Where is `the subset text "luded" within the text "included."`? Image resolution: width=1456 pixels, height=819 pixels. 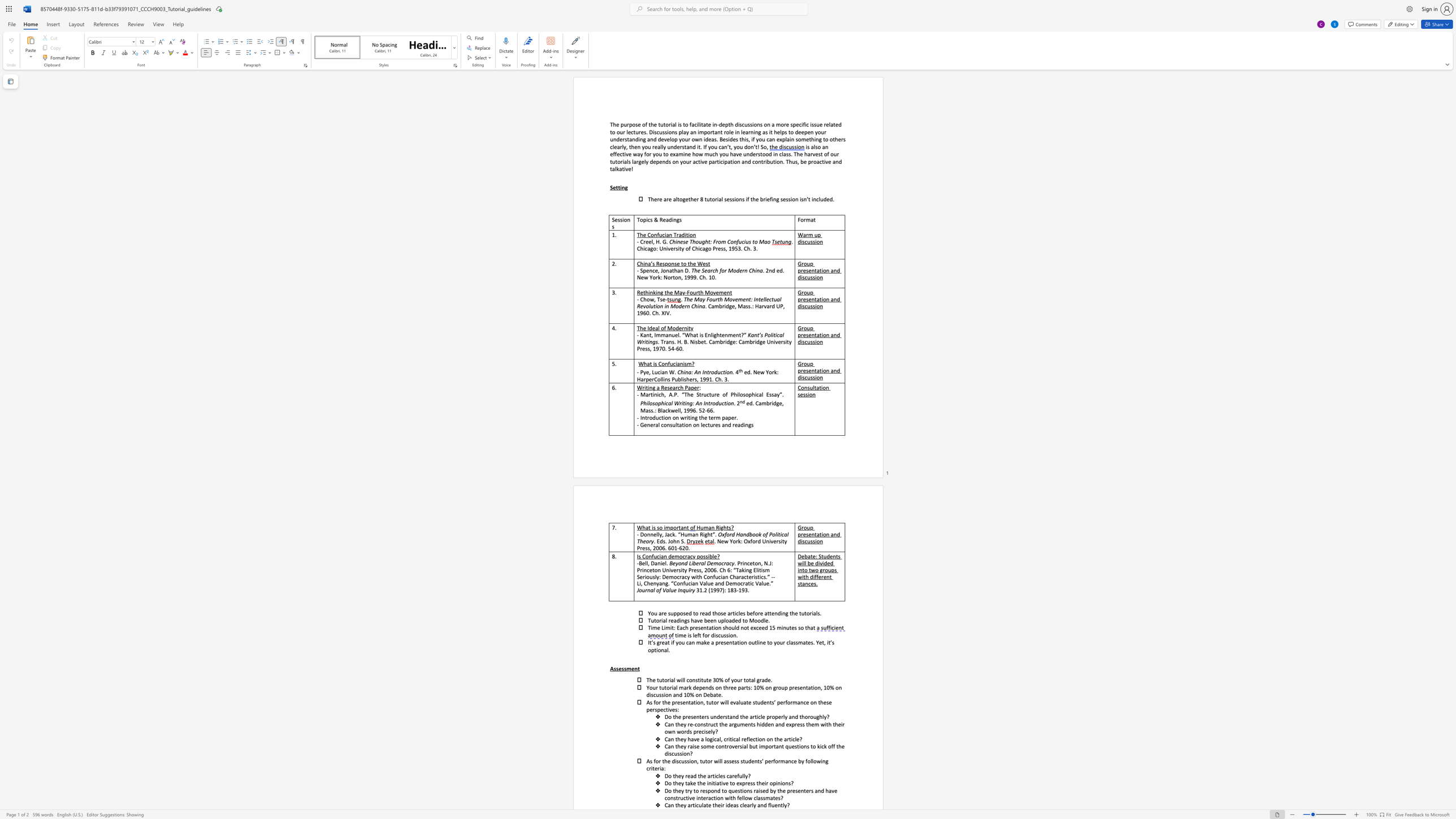 the subset text "luded" within the text "included." is located at coordinates (818, 199).